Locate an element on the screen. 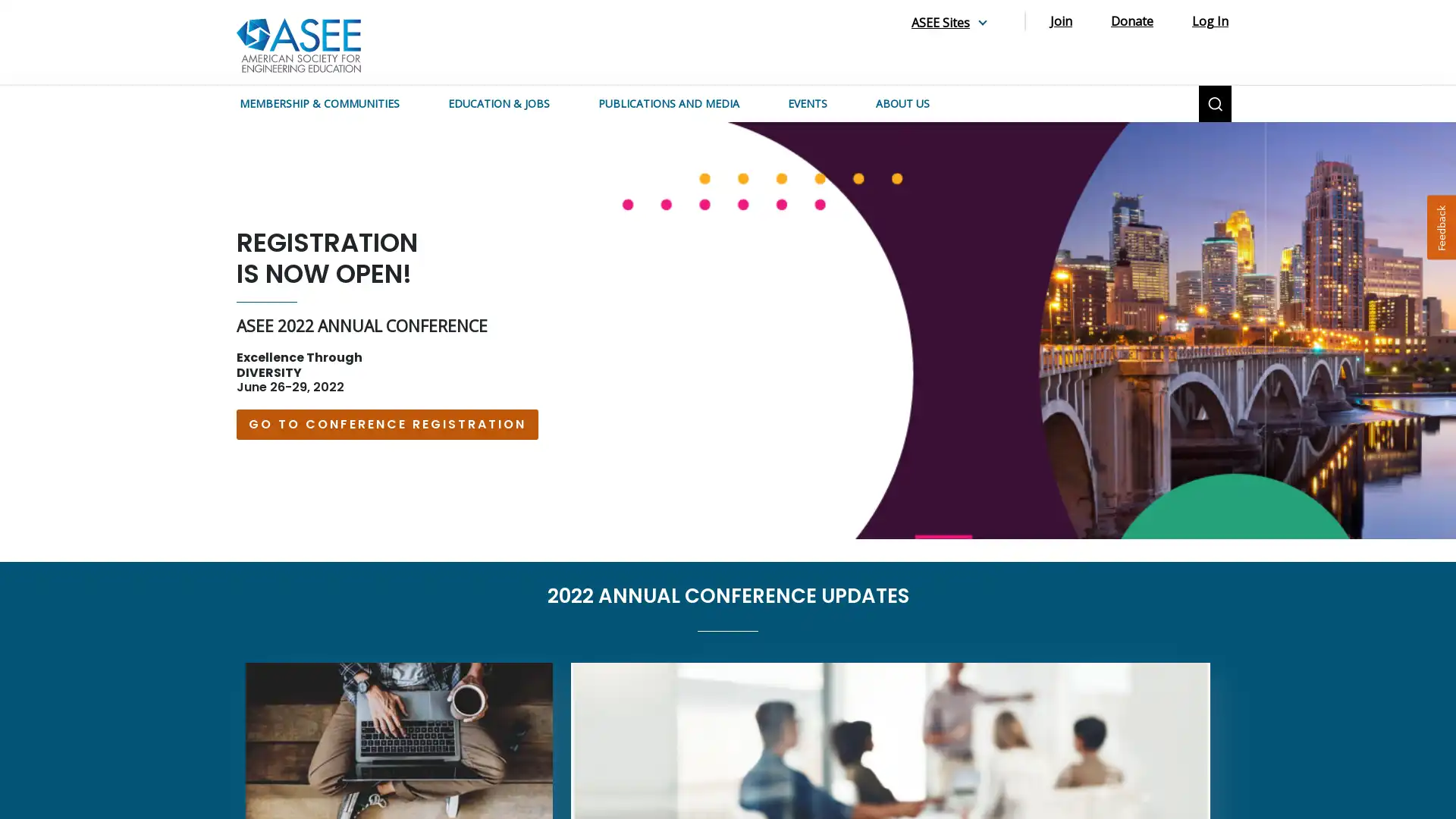  MEMBERSHIP & COMMUNITIES is located at coordinates (331, 103).